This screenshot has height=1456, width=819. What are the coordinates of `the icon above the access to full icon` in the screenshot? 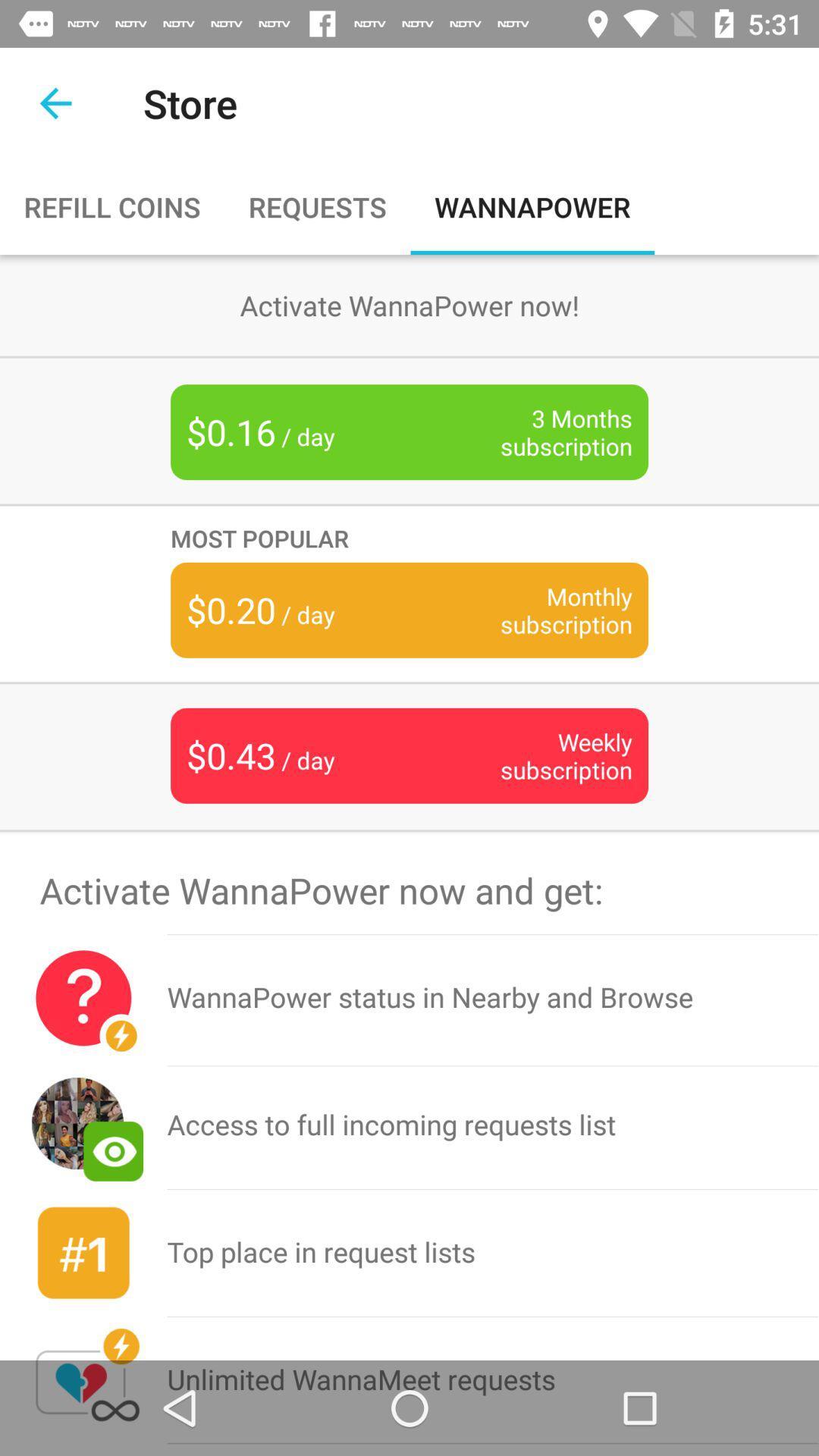 It's located at (493, 998).